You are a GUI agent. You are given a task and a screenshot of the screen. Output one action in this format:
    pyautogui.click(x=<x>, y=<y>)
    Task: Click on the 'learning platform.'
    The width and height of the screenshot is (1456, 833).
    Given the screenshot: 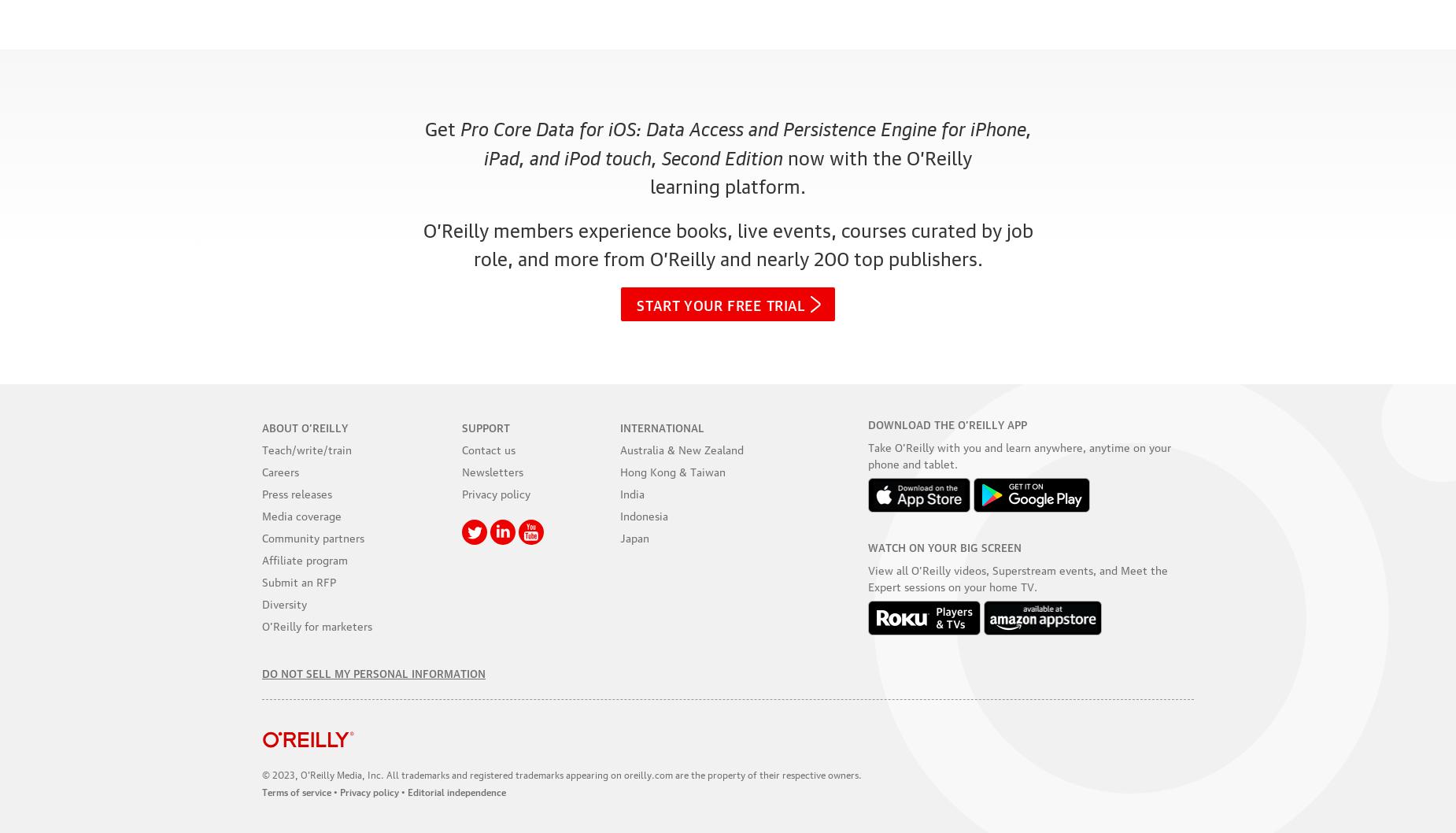 What is the action you would take?
    pyautogui.click(x=728, y=184)
    